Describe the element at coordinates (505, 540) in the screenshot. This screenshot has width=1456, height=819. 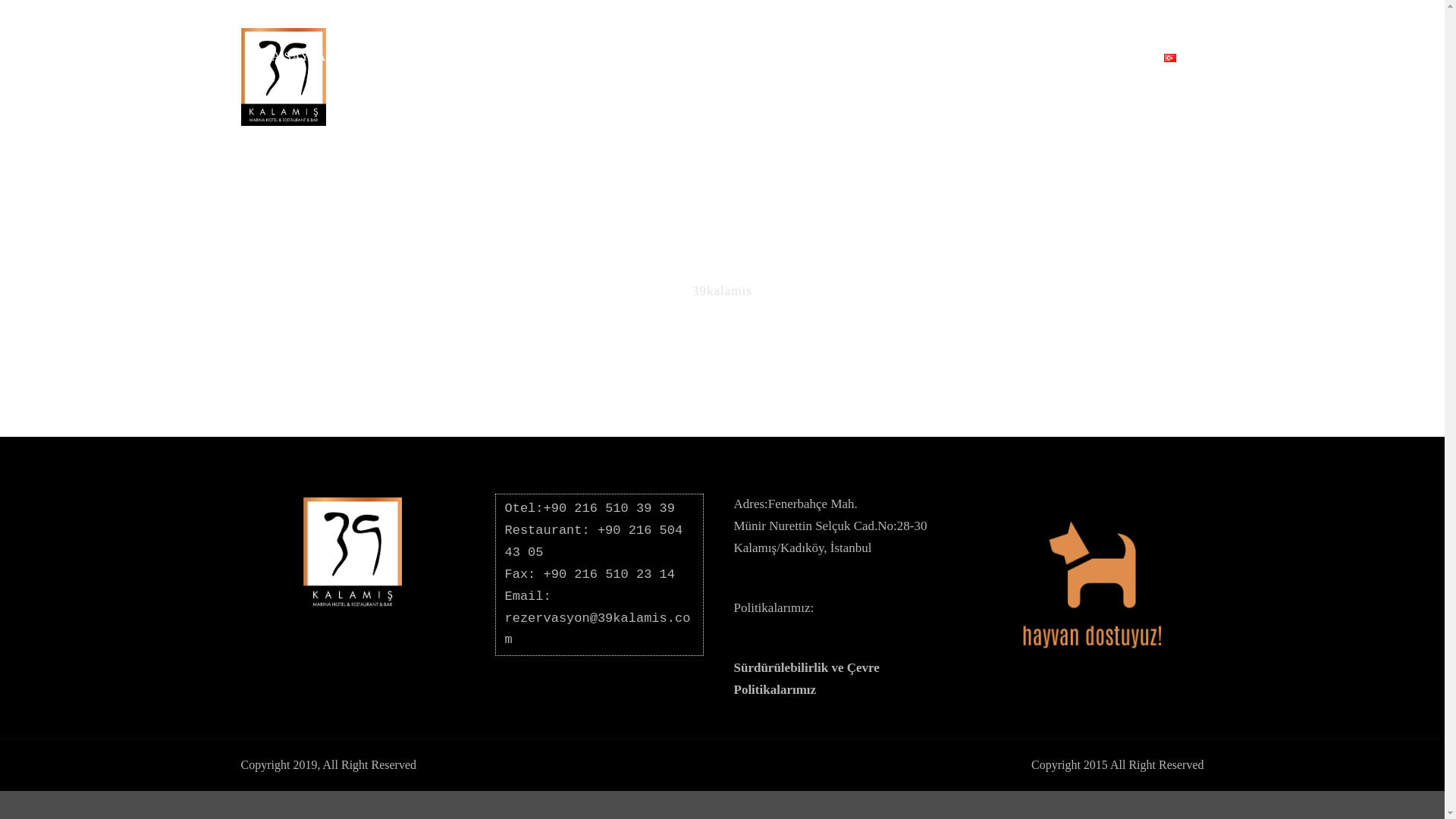
I see `' +90 216 504 43 05'` at that location.